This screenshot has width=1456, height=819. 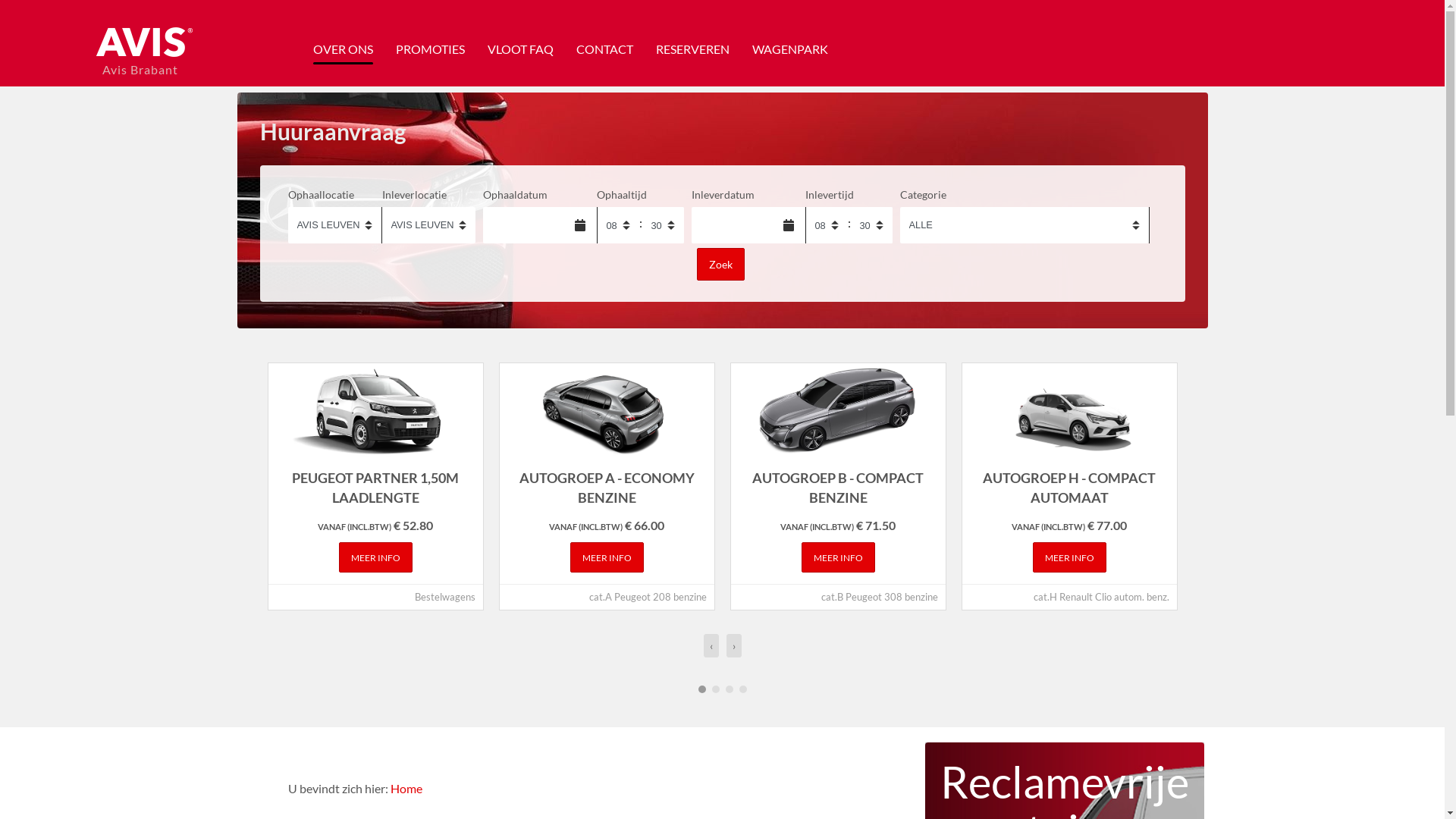 What do you see at coordinates (429, 48) in the screenshot?
I see `'PROMOTIES'` at bounding box center [429, 48].